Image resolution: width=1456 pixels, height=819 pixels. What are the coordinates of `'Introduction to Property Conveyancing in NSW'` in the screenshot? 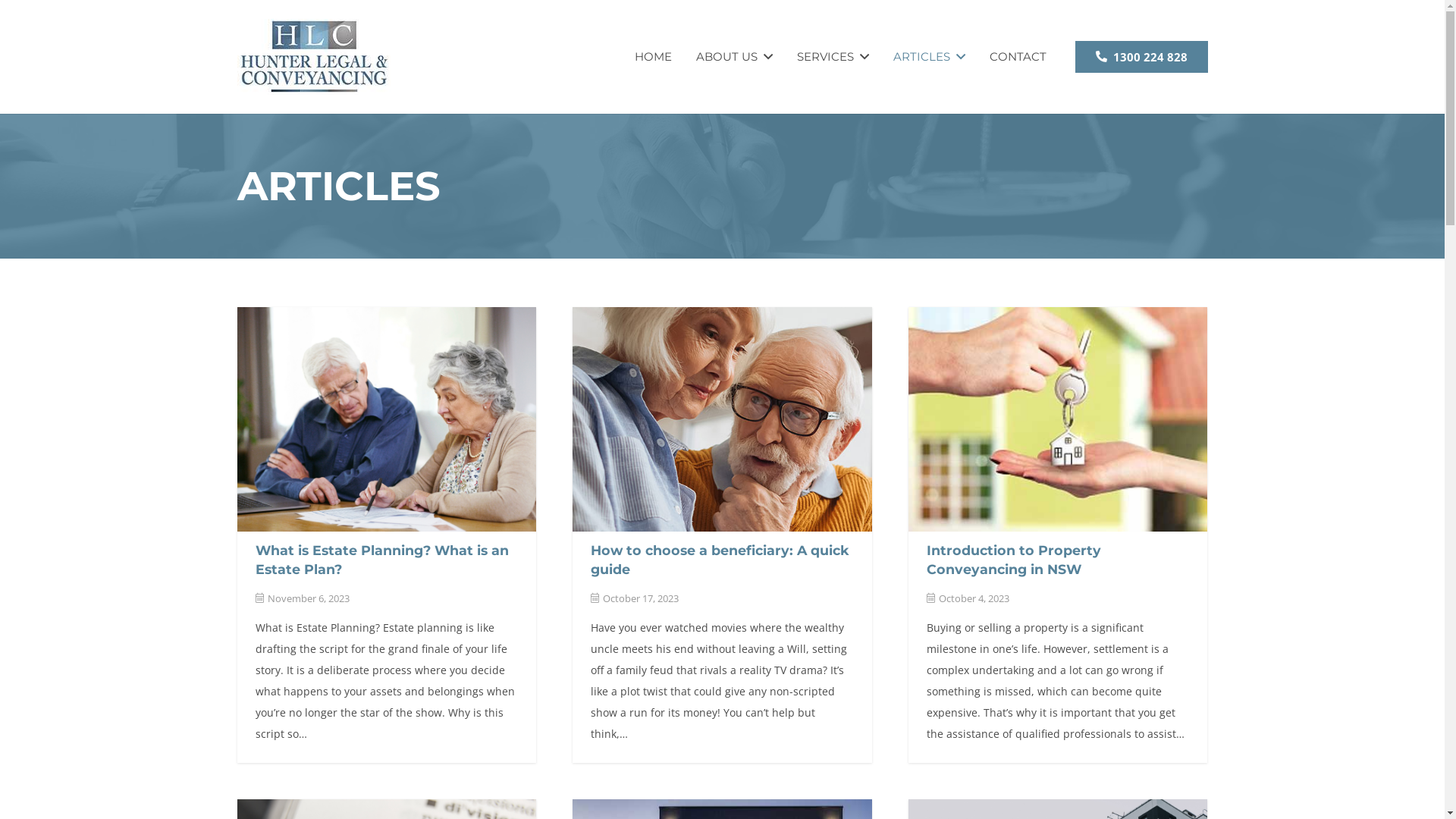 It's located at (1014, 559).